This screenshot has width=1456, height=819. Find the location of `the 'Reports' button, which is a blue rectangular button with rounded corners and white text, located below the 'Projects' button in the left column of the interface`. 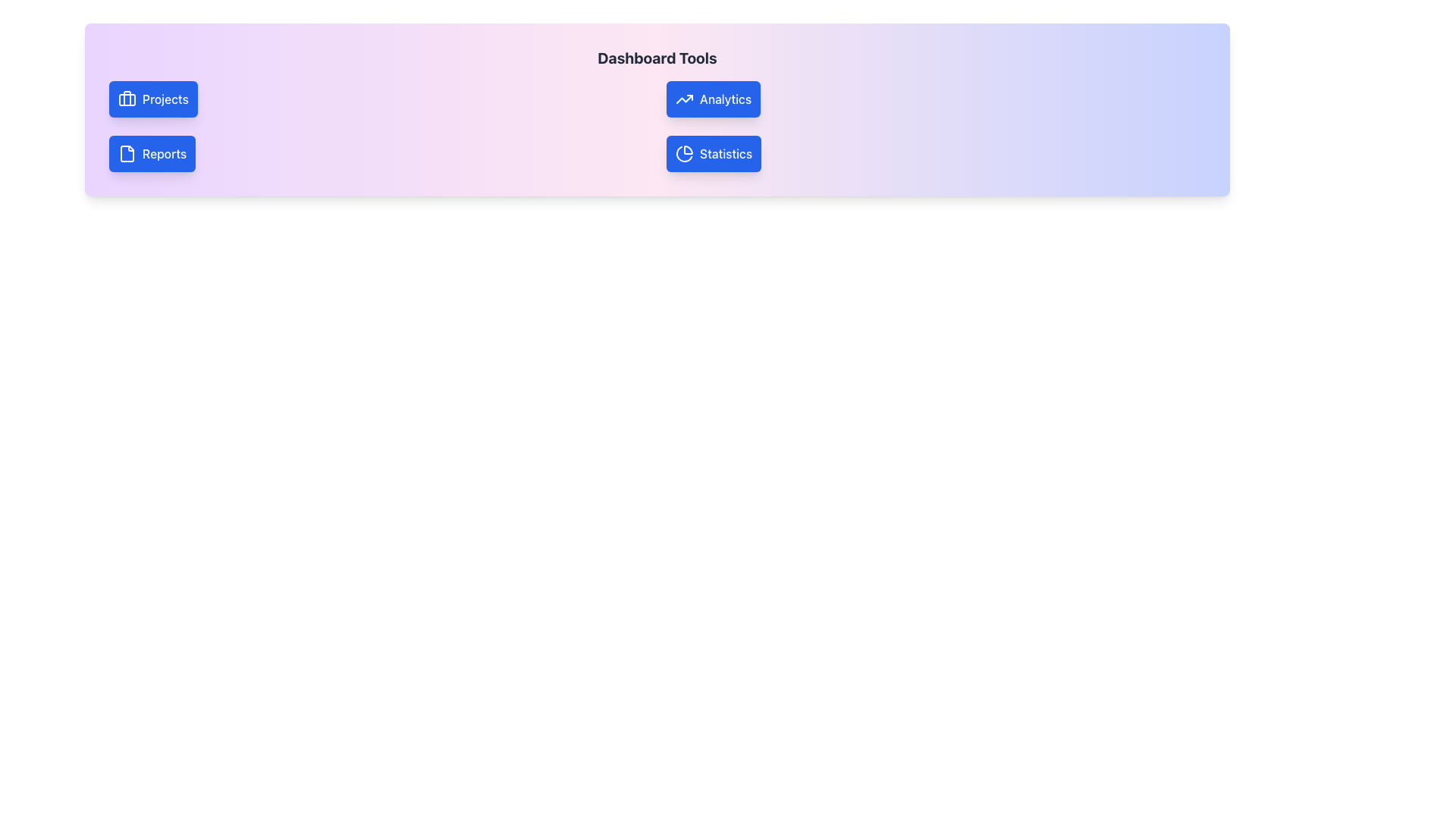

the 'Reports' button, which is a blue rectangular button with rounded corners and white text, located below the 'Projects' button in the left column of the interface is located at coordinates (152, 154).